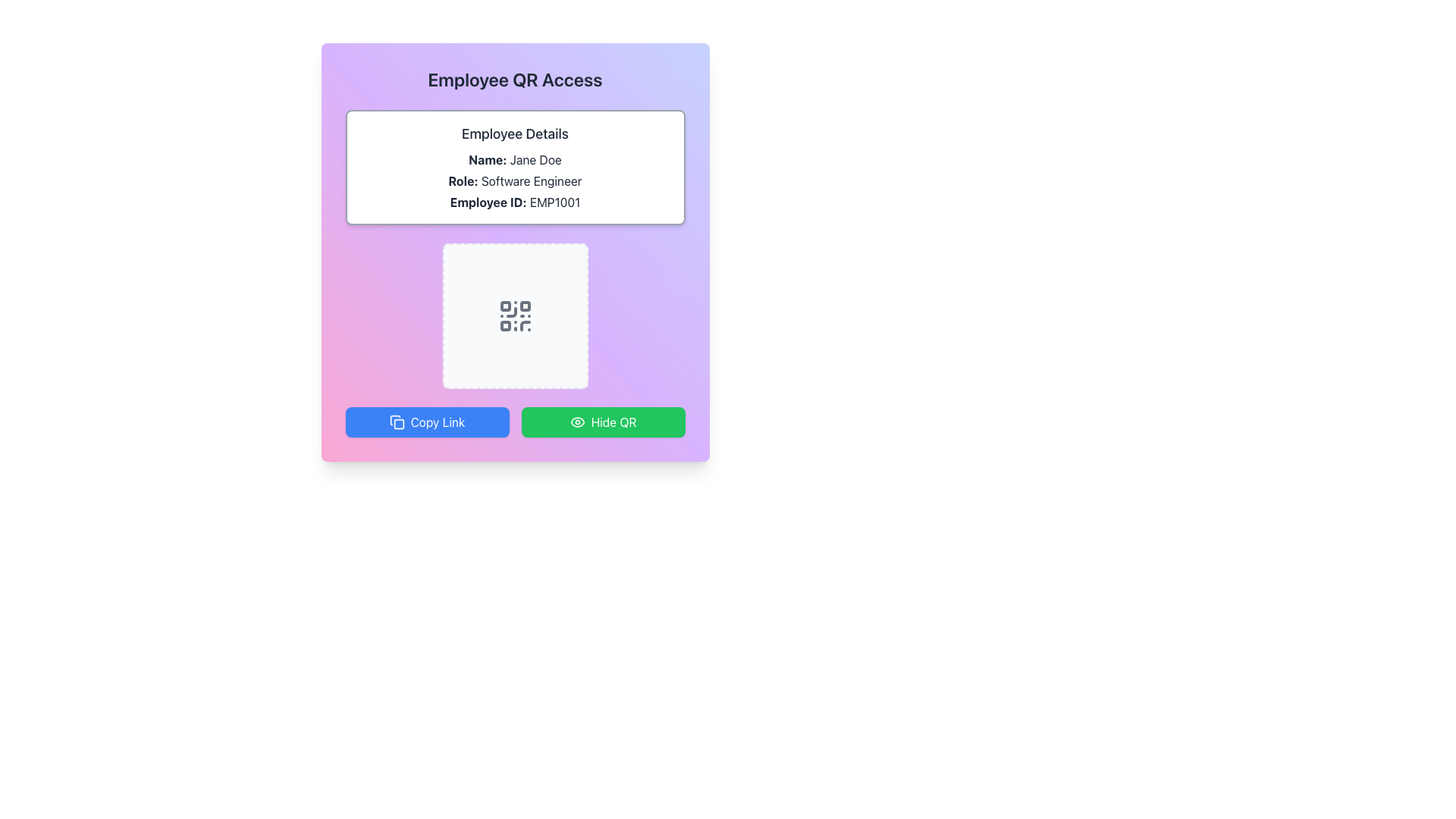 The height and width of the screenshot is (819, 1456). I want to click on the small, square-shaped icon with rounded edges within the 'Copy Link' button in the bottom-left corner of the 'Employee QR Access' card layout, so click(399, 424).